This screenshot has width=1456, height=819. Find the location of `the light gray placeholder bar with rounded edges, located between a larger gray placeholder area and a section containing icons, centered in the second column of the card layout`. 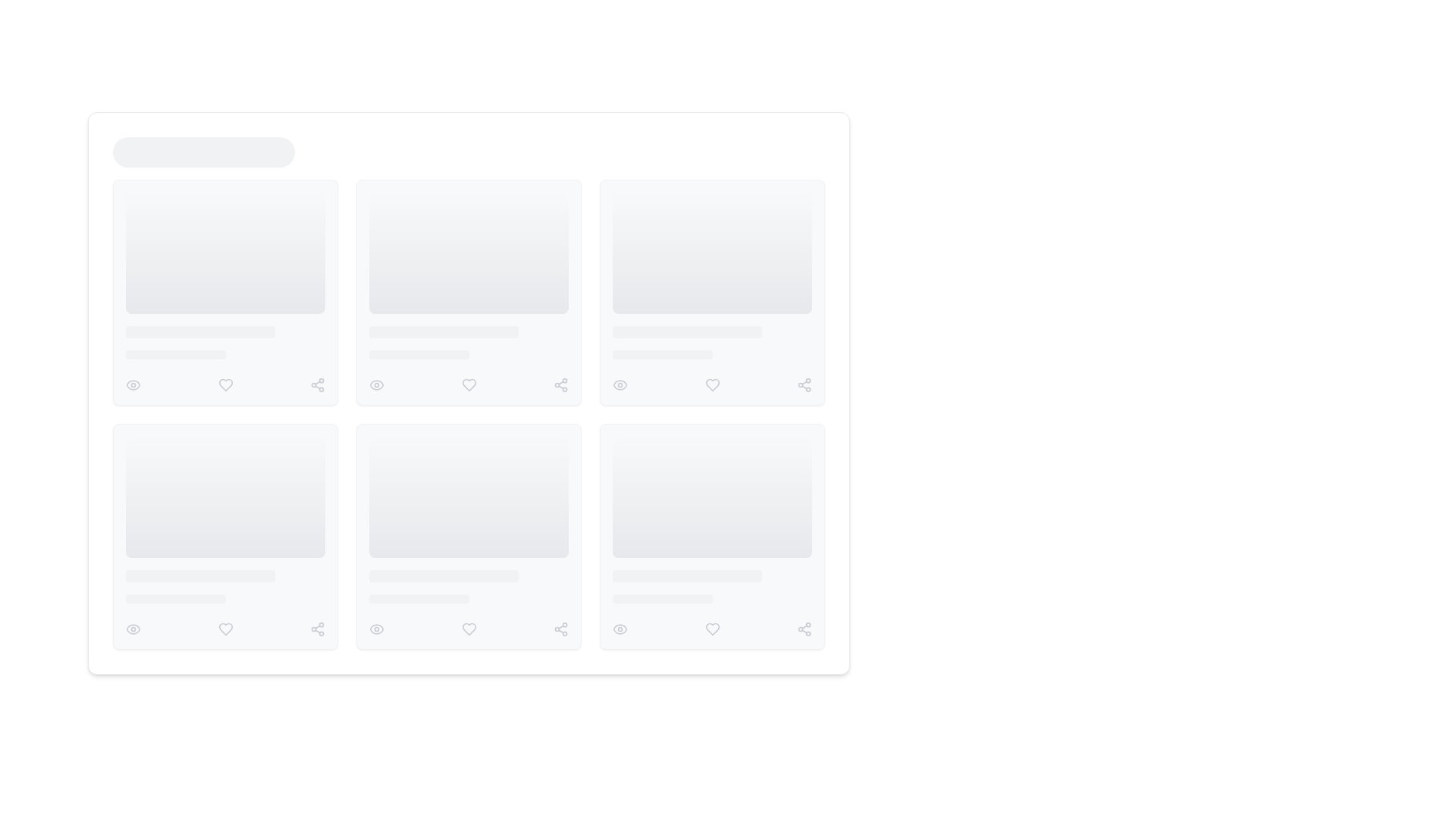

the light gray placeholder bar with rounded edges, located between a larger gray placeholder area and a section containing icons, centered in the second column of the card layout is located at coordinates (686, 331).